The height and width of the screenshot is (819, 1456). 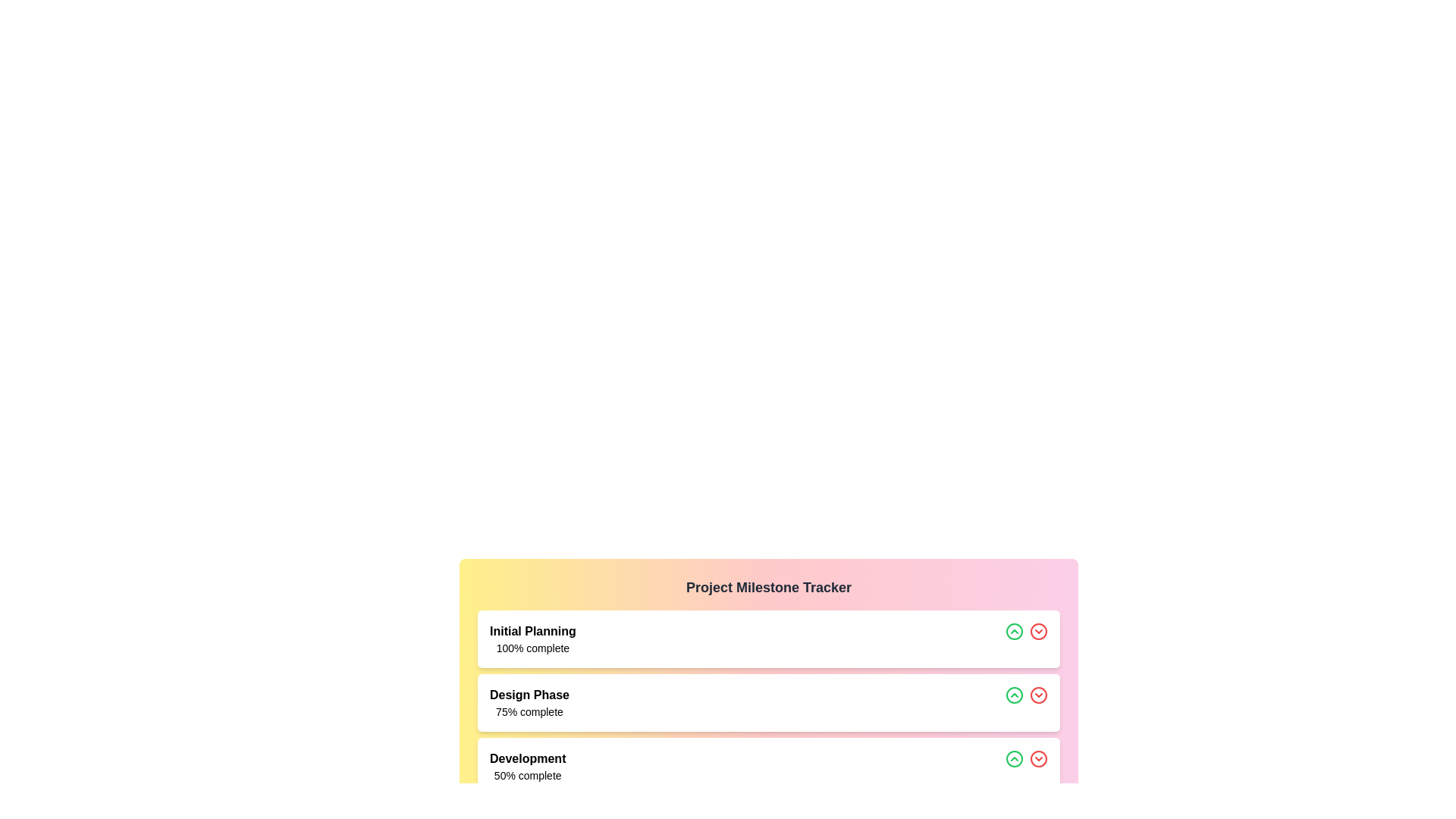 What do you see at coordinates (1037, 695) in the screenshot?
I see `the red circular icon with a downward-pointing chevron in the milestone tracker interface` at bounding box center [1037, 695].